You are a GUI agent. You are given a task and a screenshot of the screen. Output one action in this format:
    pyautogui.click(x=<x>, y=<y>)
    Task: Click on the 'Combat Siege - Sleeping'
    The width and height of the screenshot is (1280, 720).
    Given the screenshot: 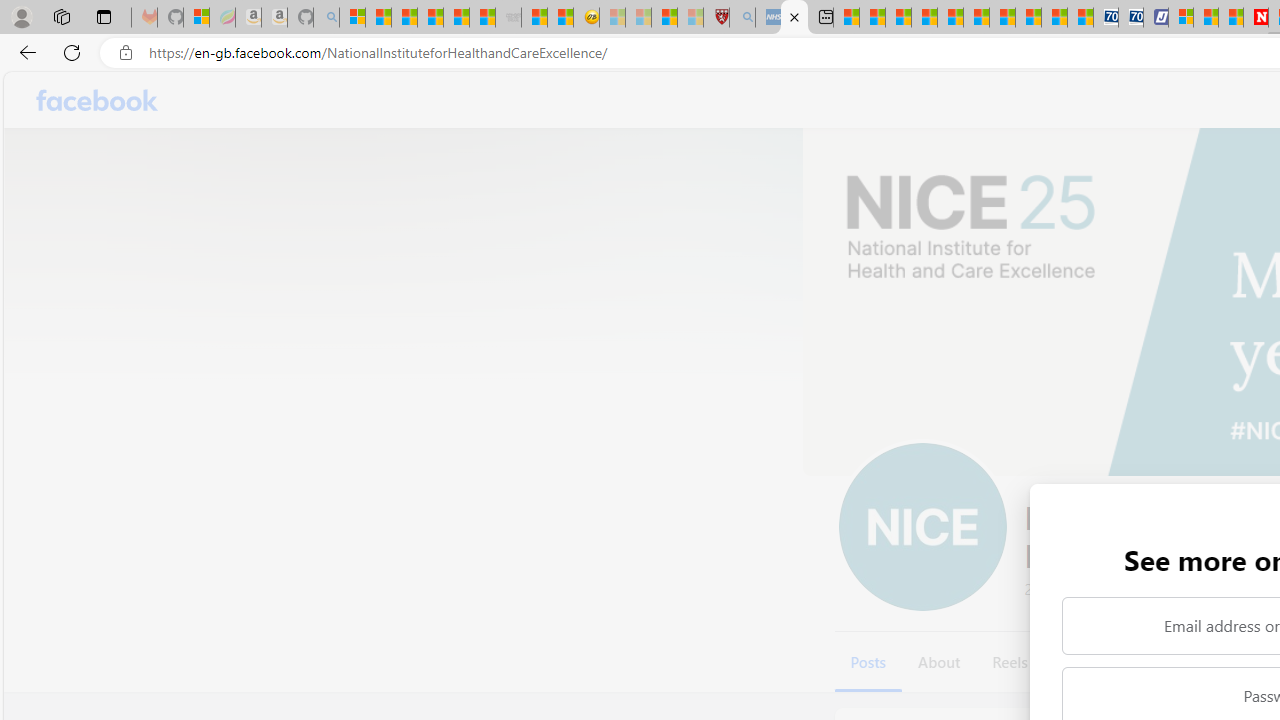 What is the action you would take?
    pyautogui.click(x=508, y=17)
    